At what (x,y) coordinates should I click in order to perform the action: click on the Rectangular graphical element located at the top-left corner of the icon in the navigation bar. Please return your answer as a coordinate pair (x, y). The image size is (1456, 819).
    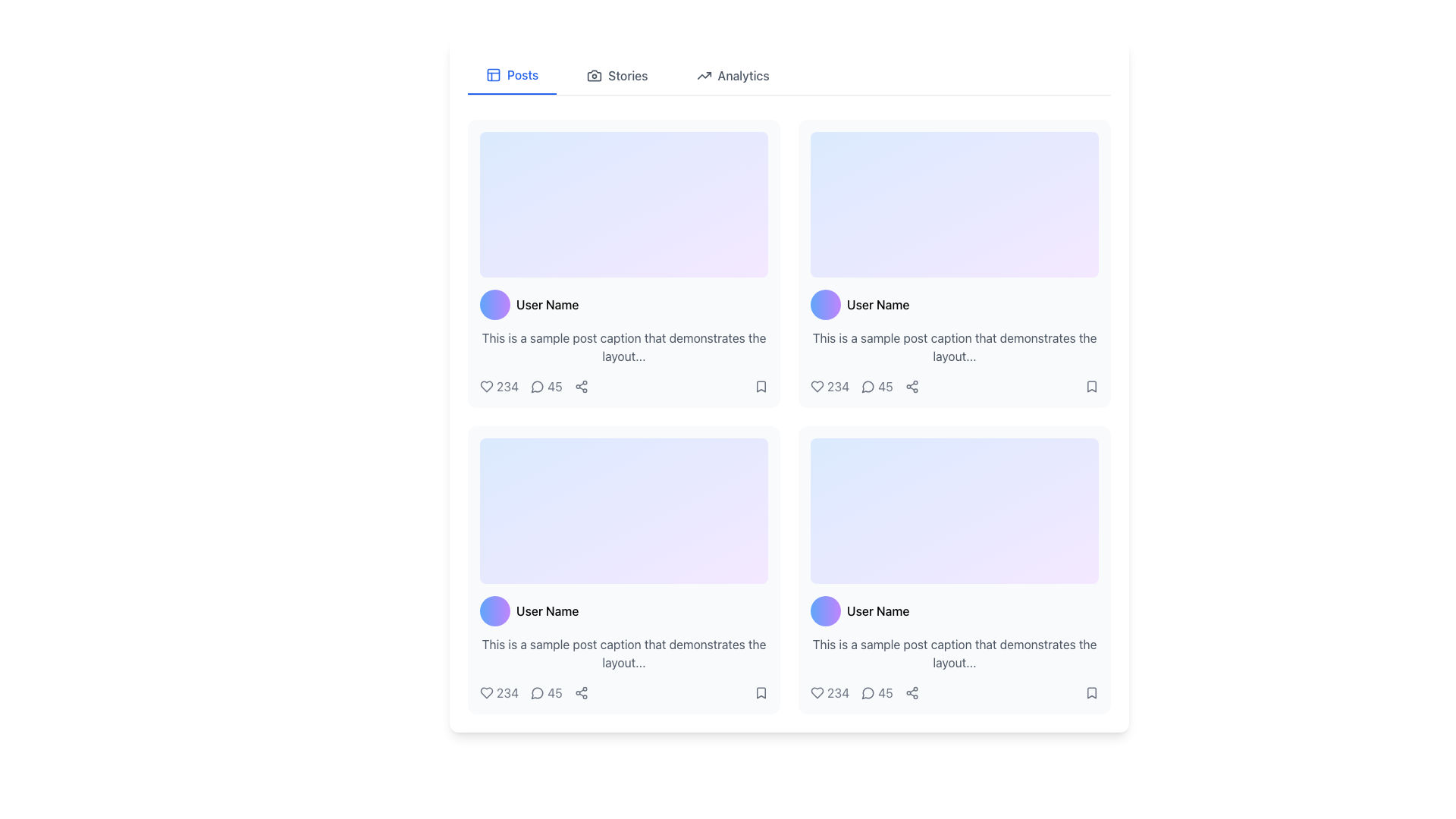
    Looking at the image, I should click on (494, 75).